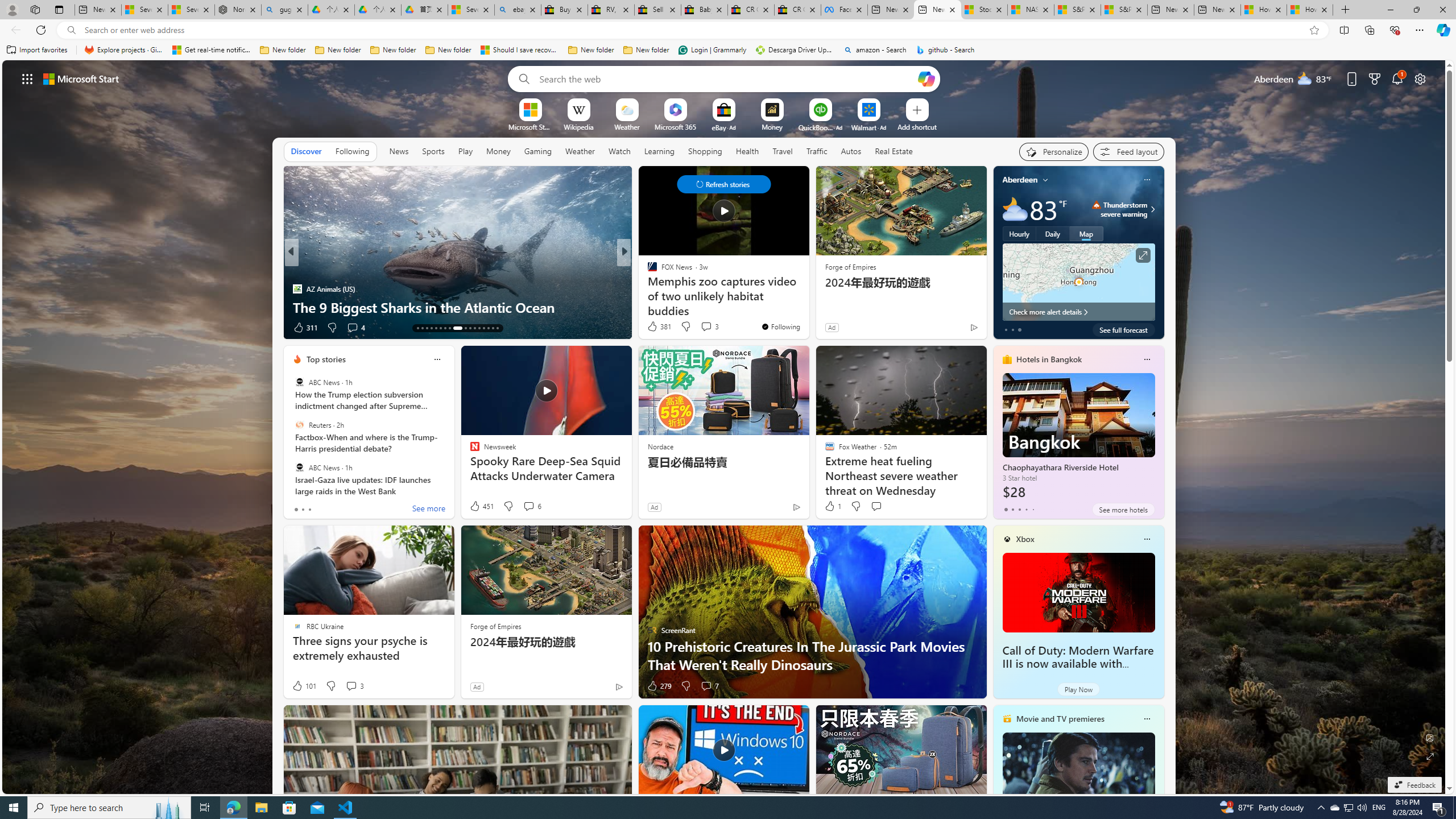  What do you see at coordinates (652, 327) in the screenshot?
I see `'43 Like'` at bounding box center [652, 327].